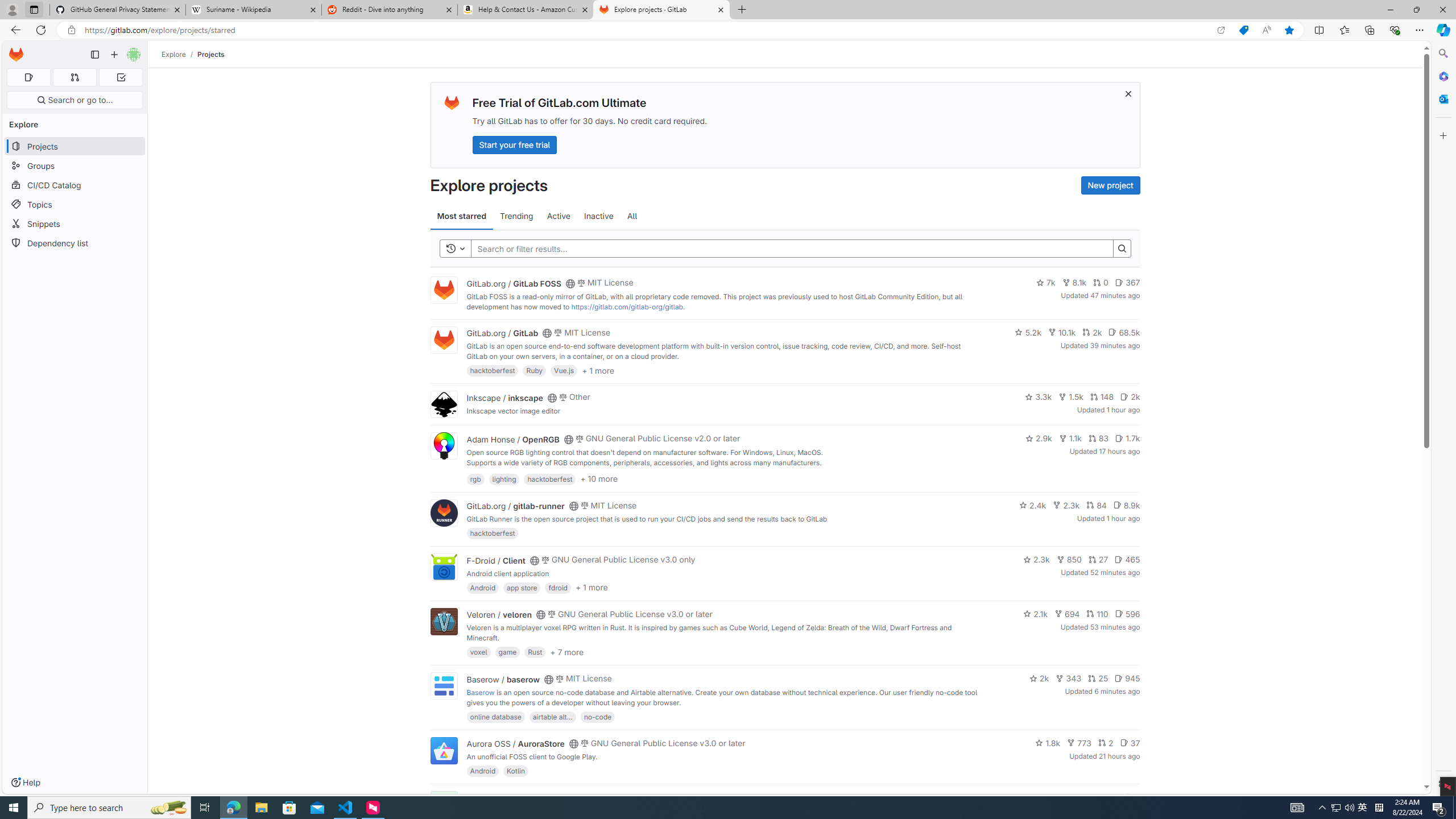 Image resolution: width=1456 pixels, height=819 pixels. I want to click on 'GitLab.org / GitLab FOSS', so click(513, 283).